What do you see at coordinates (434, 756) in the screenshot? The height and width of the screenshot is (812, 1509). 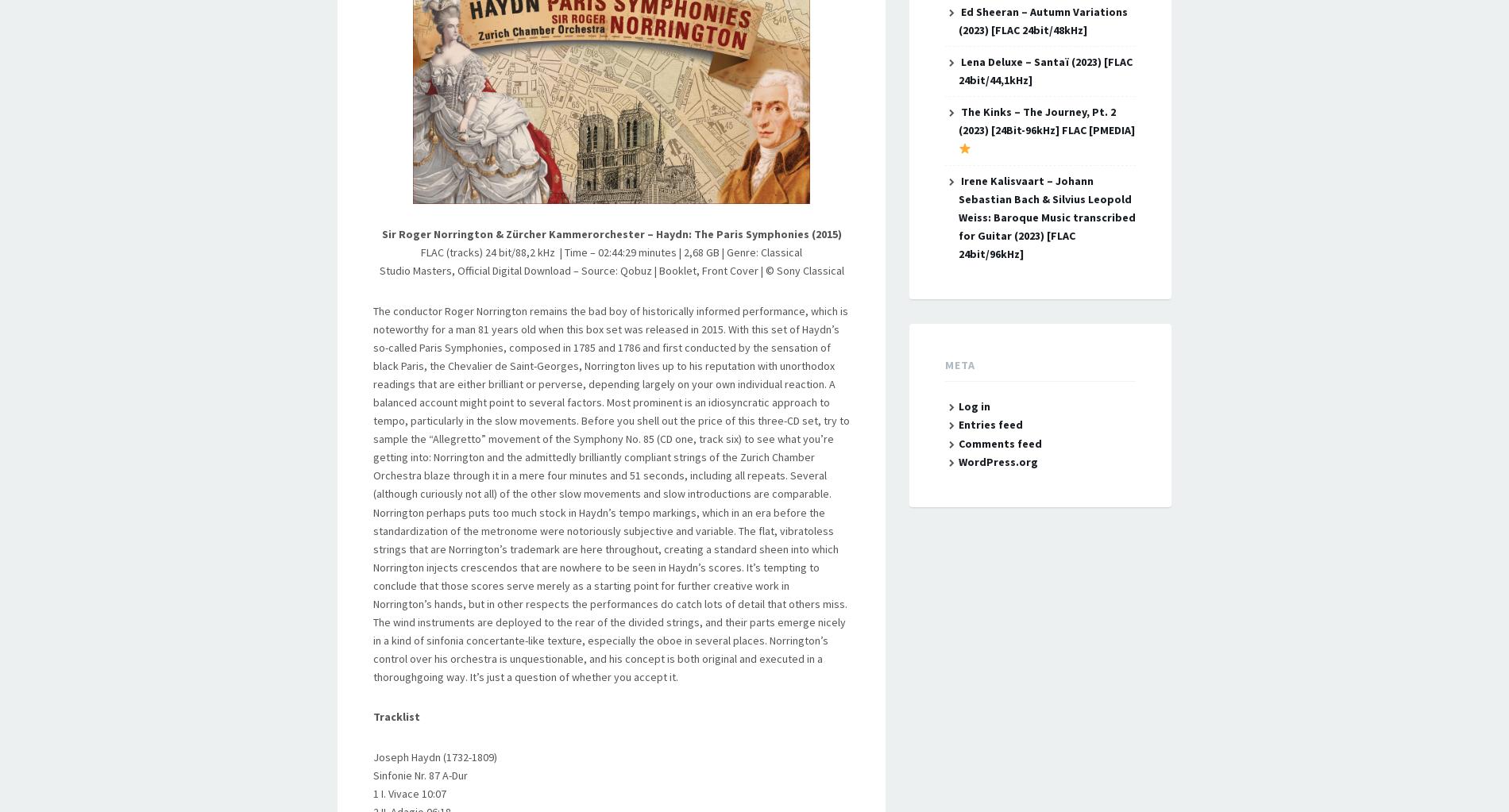 I see `'Joseph Haydn (1732-1809)'` at bounding box center [434, 756].